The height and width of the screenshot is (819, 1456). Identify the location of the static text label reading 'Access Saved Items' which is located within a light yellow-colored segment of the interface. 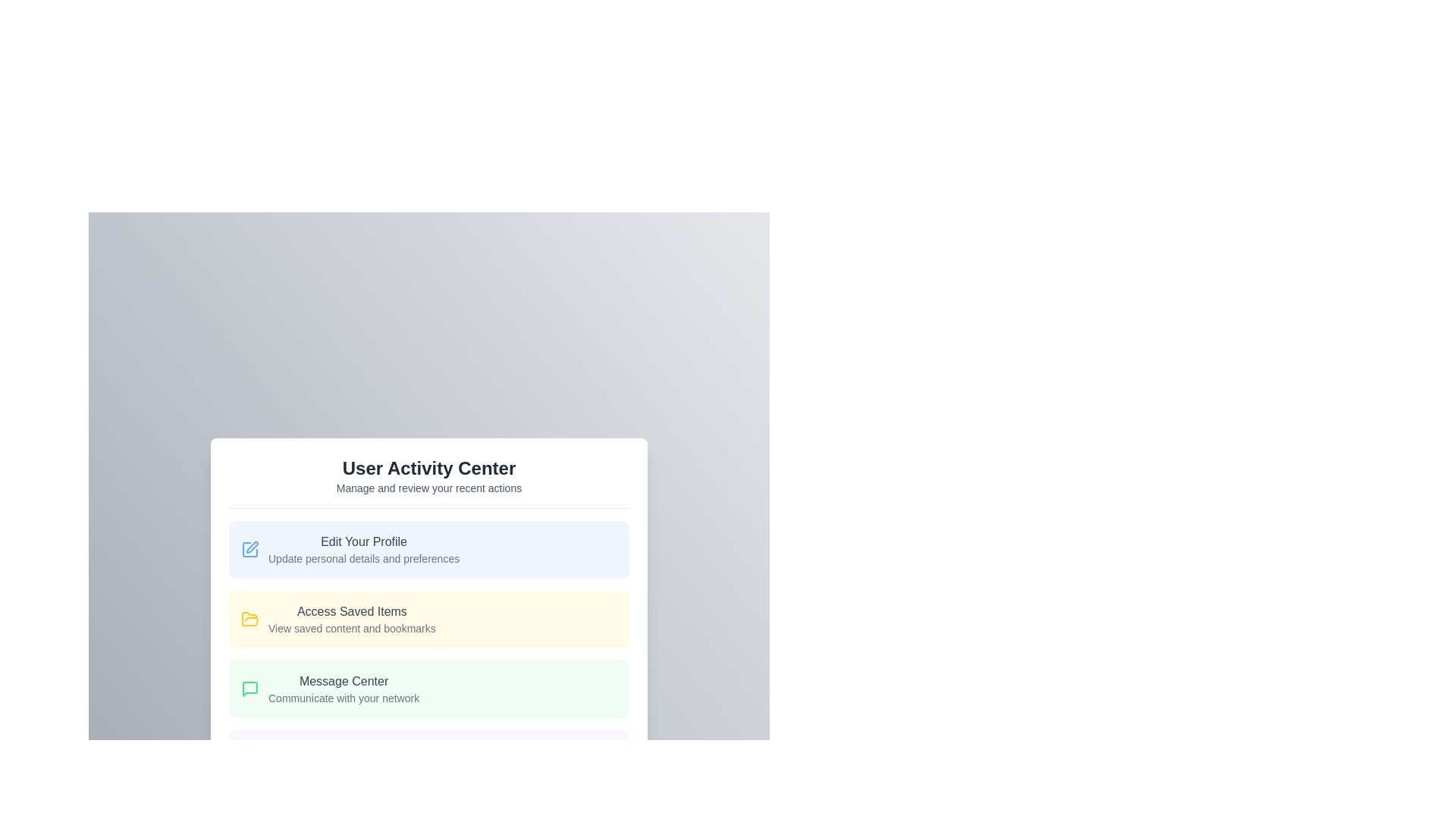
(351, 610).